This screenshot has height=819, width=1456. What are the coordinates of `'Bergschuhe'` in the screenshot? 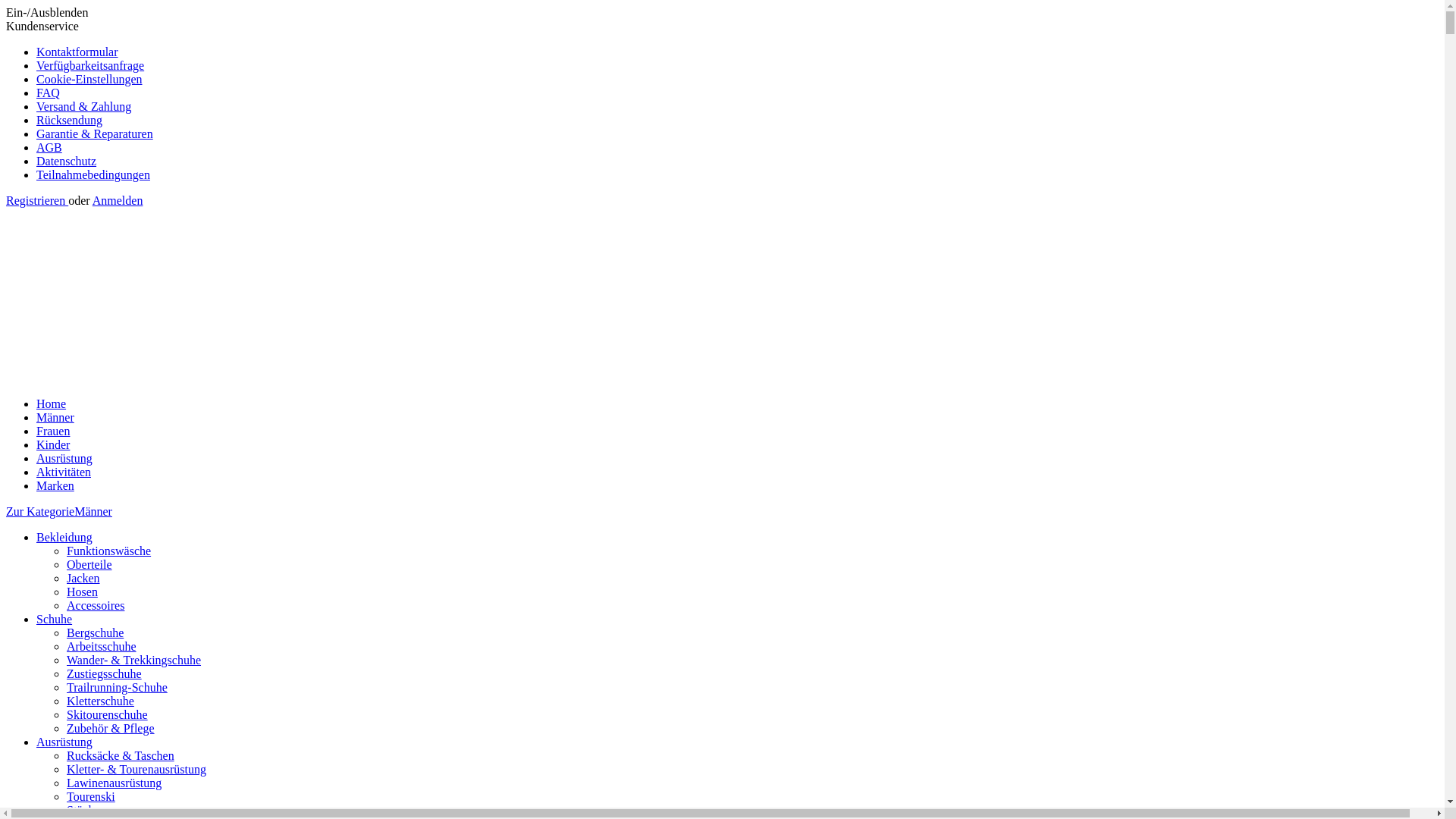 It's located at (65, 632).